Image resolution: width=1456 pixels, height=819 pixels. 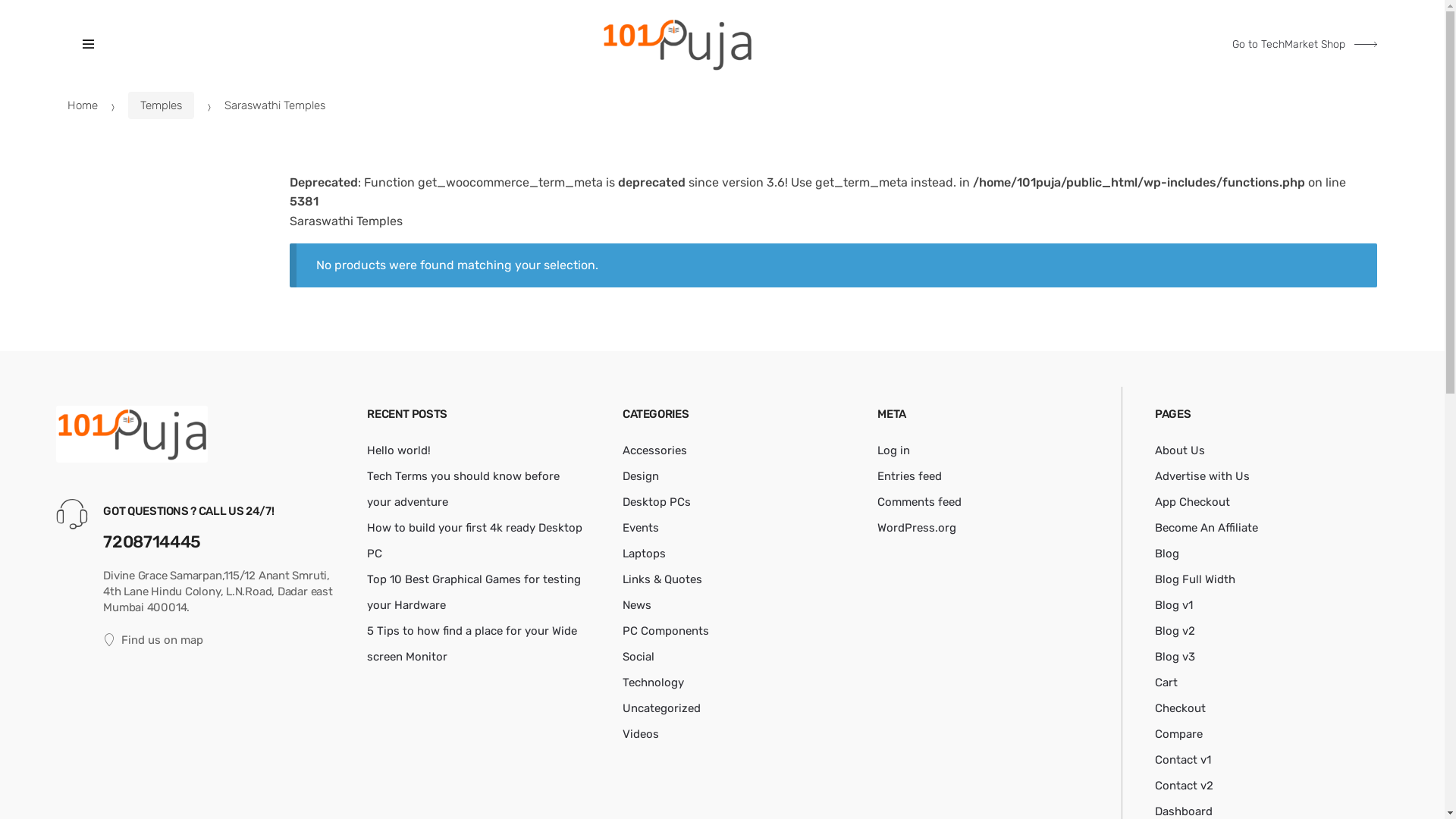 What do you see at coordinates (1183, 785) in the screenshot?
I see `'Contact v2'` at bounding box center [1183, 785].